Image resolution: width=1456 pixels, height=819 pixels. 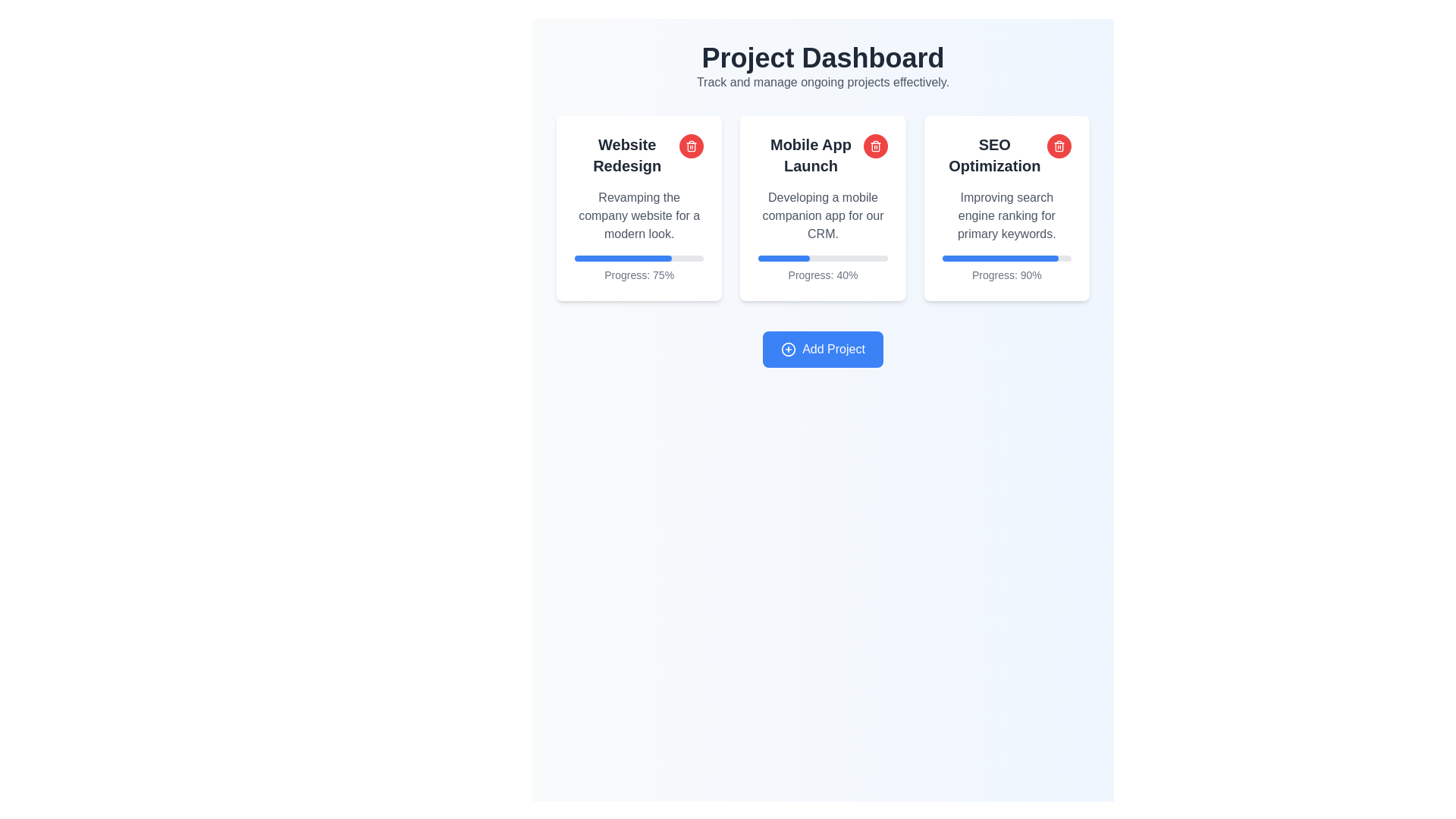 I want to click on the delete button located in the top-right corner of the 'Website Redesign' project card, so click(x=691, y=146).